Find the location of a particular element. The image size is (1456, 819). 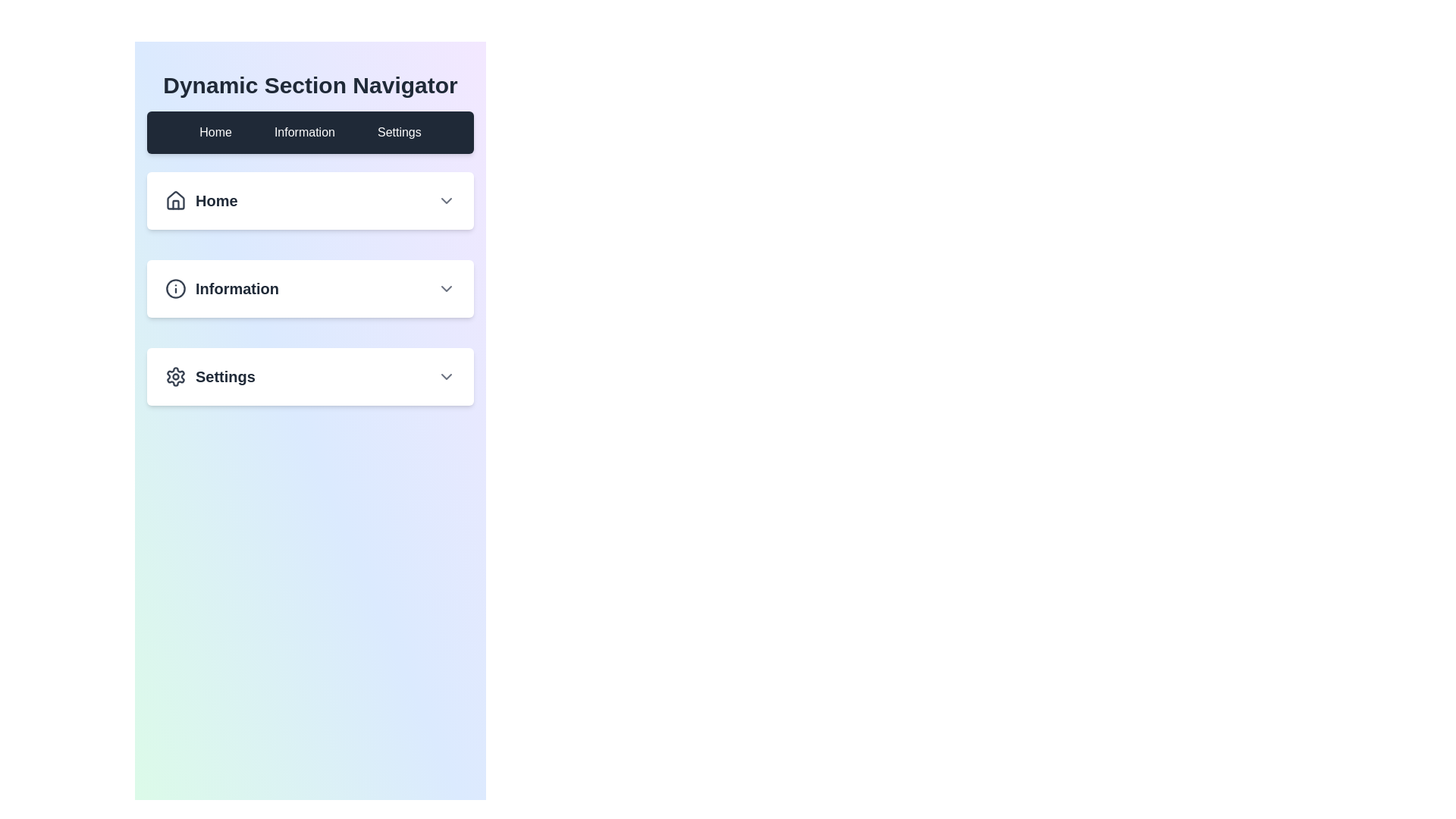

the second navigation link in the menu that directs to the 'Information' section is located at coordinates (221, 289).